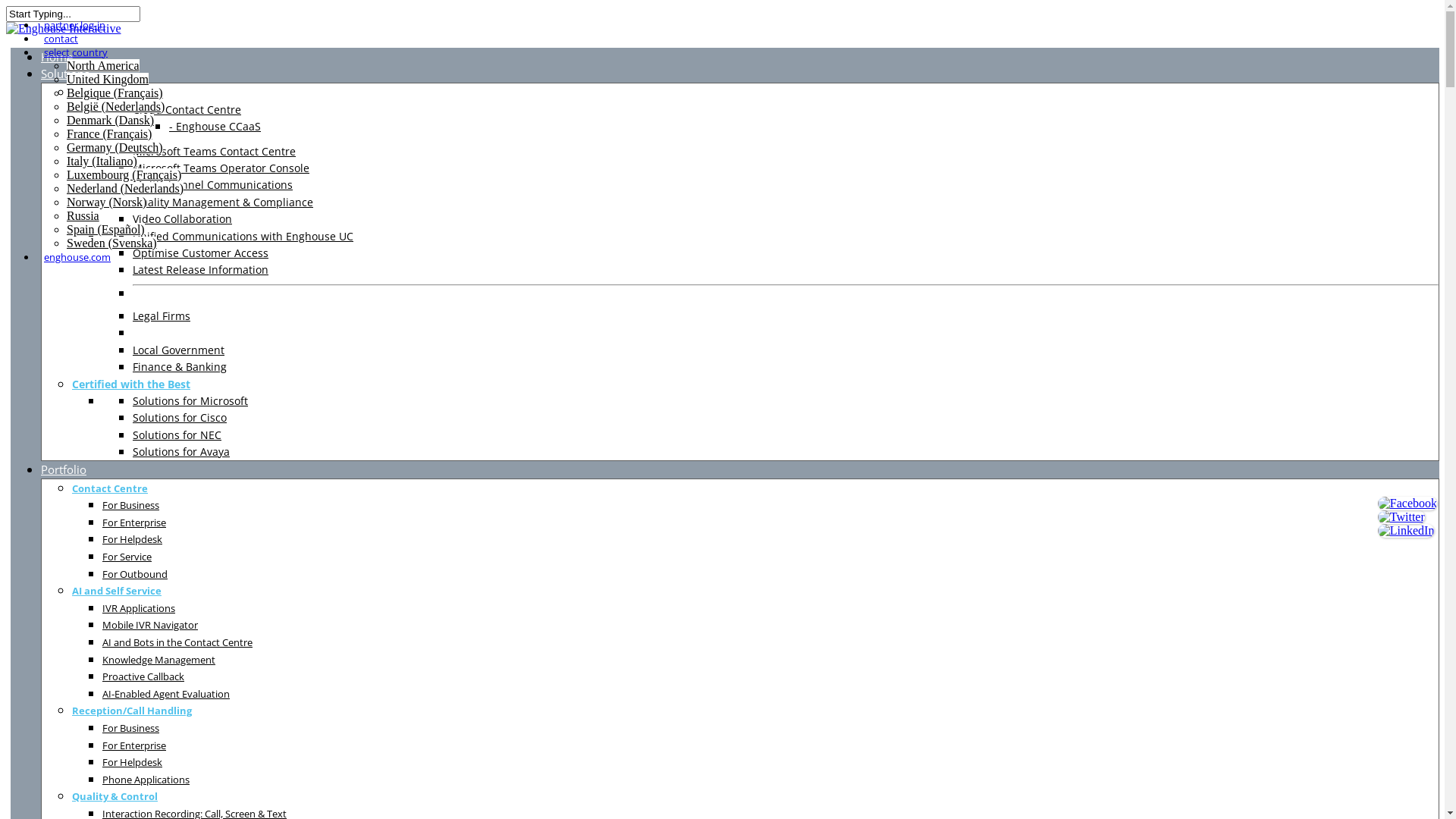  What do you see at coordinates (109, 119) in the screenshot?
I see `'Denmark (Dansk)'` at bounding box center [109, 119].